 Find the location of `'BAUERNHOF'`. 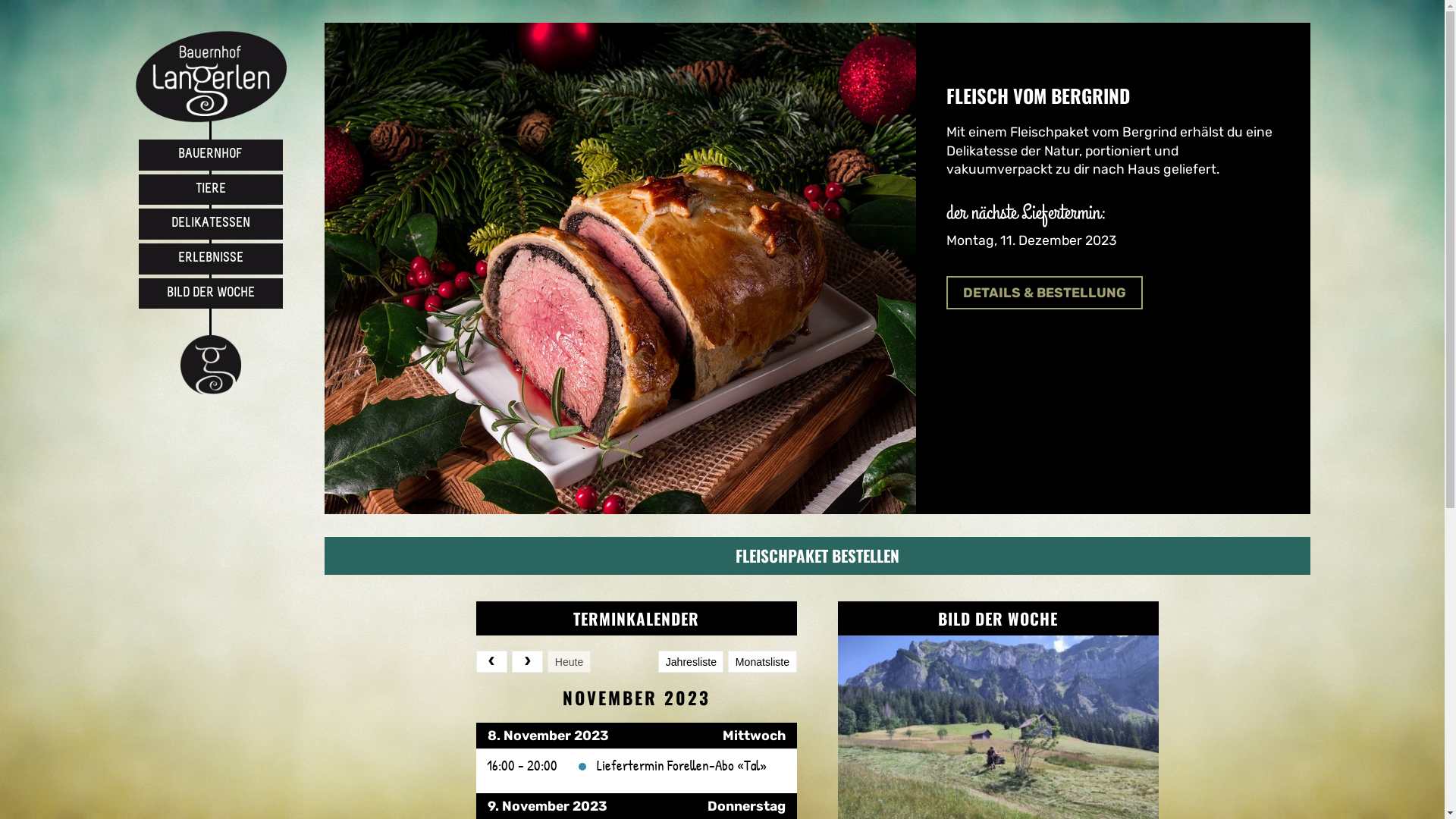

'BAUERNHOF' is located at coordinates (209, 155).